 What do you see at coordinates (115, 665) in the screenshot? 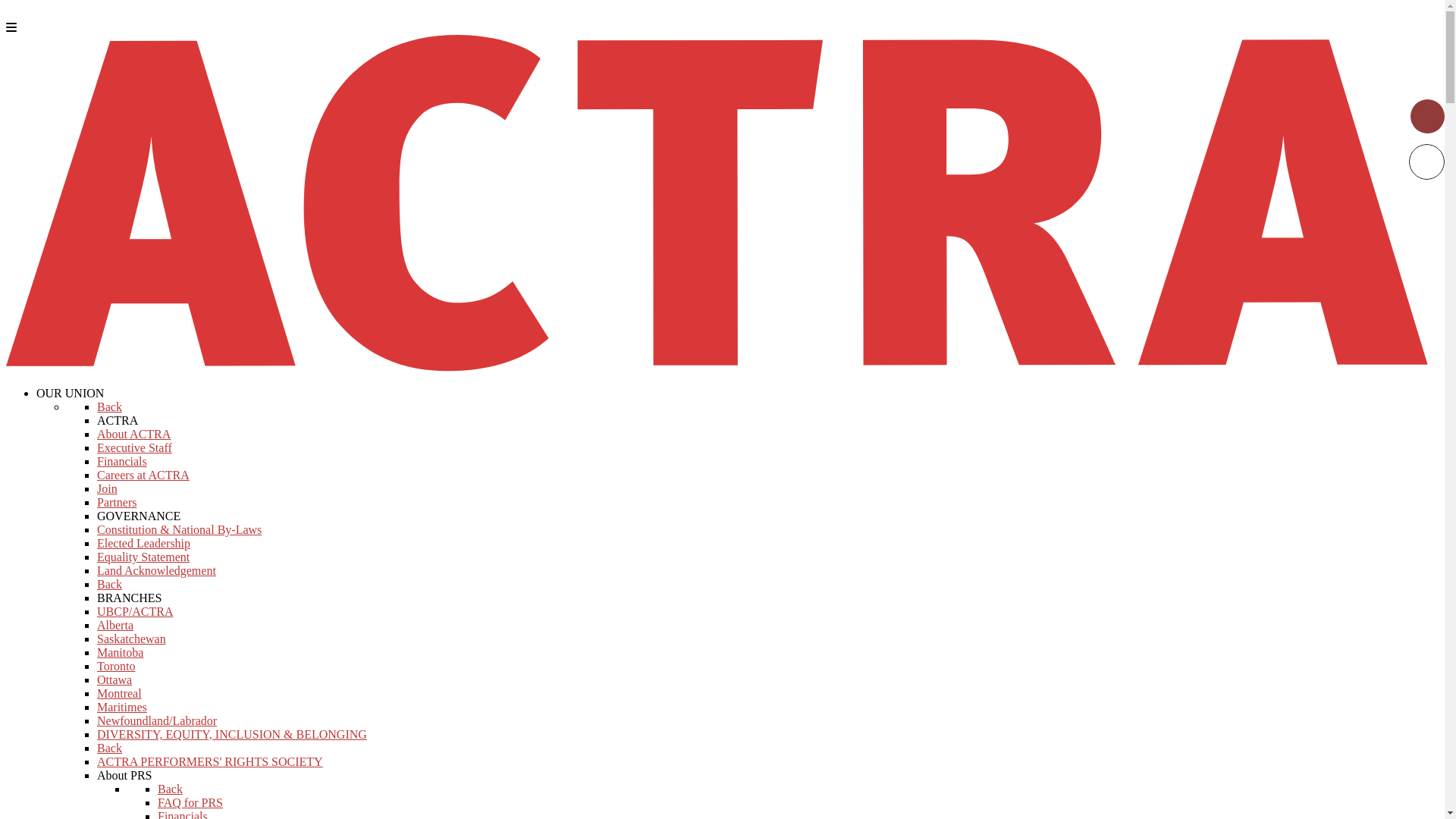
I see `'Toronto'` at bounding box center [115, 665].